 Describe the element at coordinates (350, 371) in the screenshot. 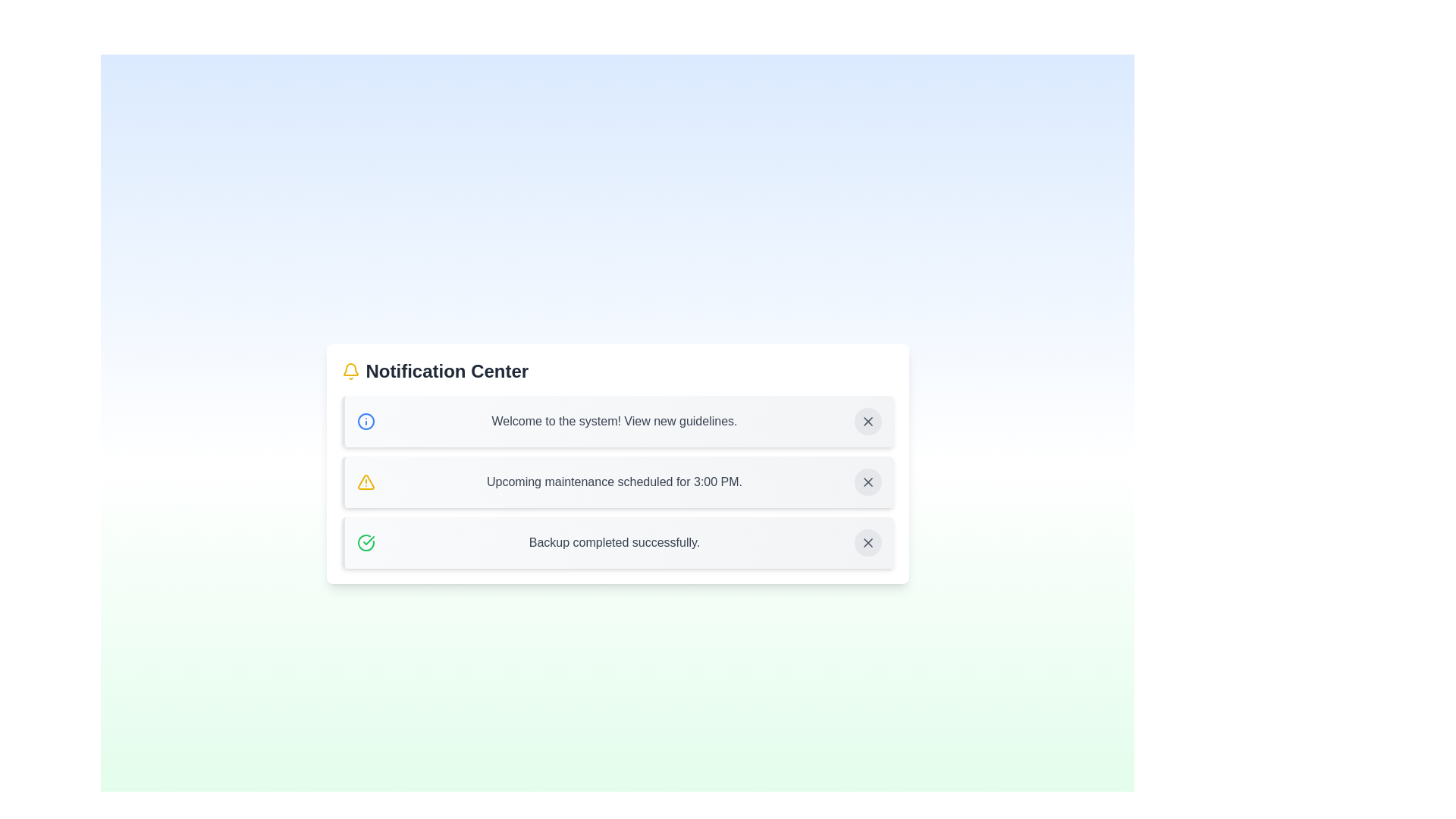

I see `the bell icon, which is a yellow notification symbol located at the leftmost position in the header of the 'Notification Center' section` at that location.